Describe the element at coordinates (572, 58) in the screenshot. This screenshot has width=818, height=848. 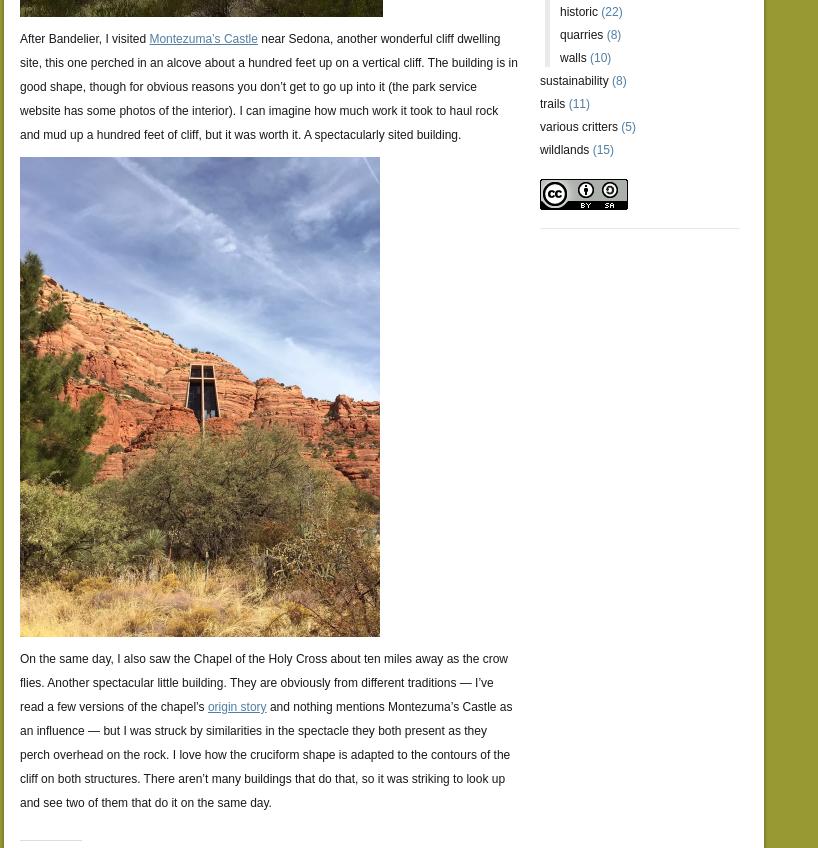
I see `'walls'` at that location.